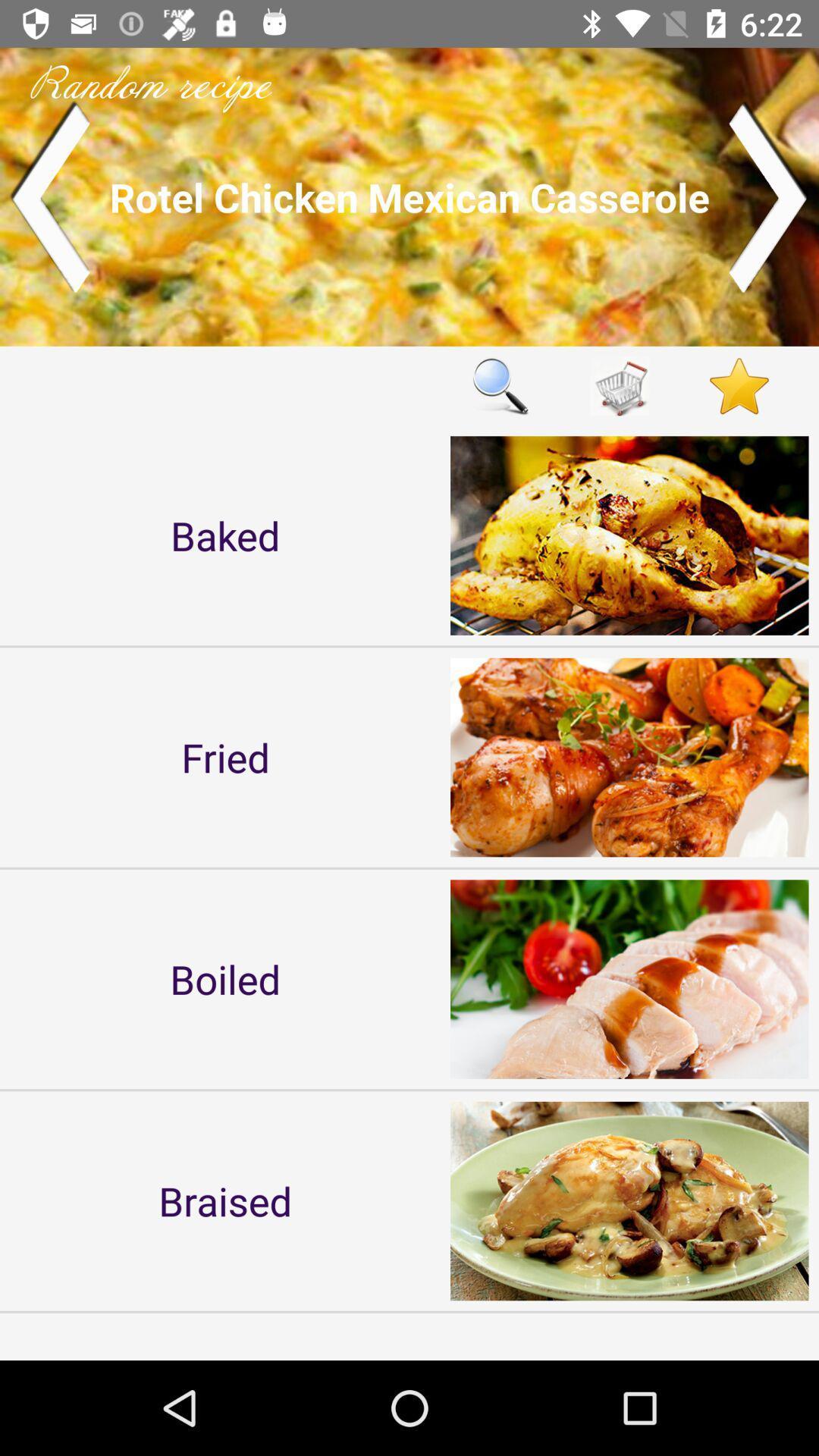  Describe the element at coordinates (739, 386) in the screenshot. I see `rate foods` at that location.